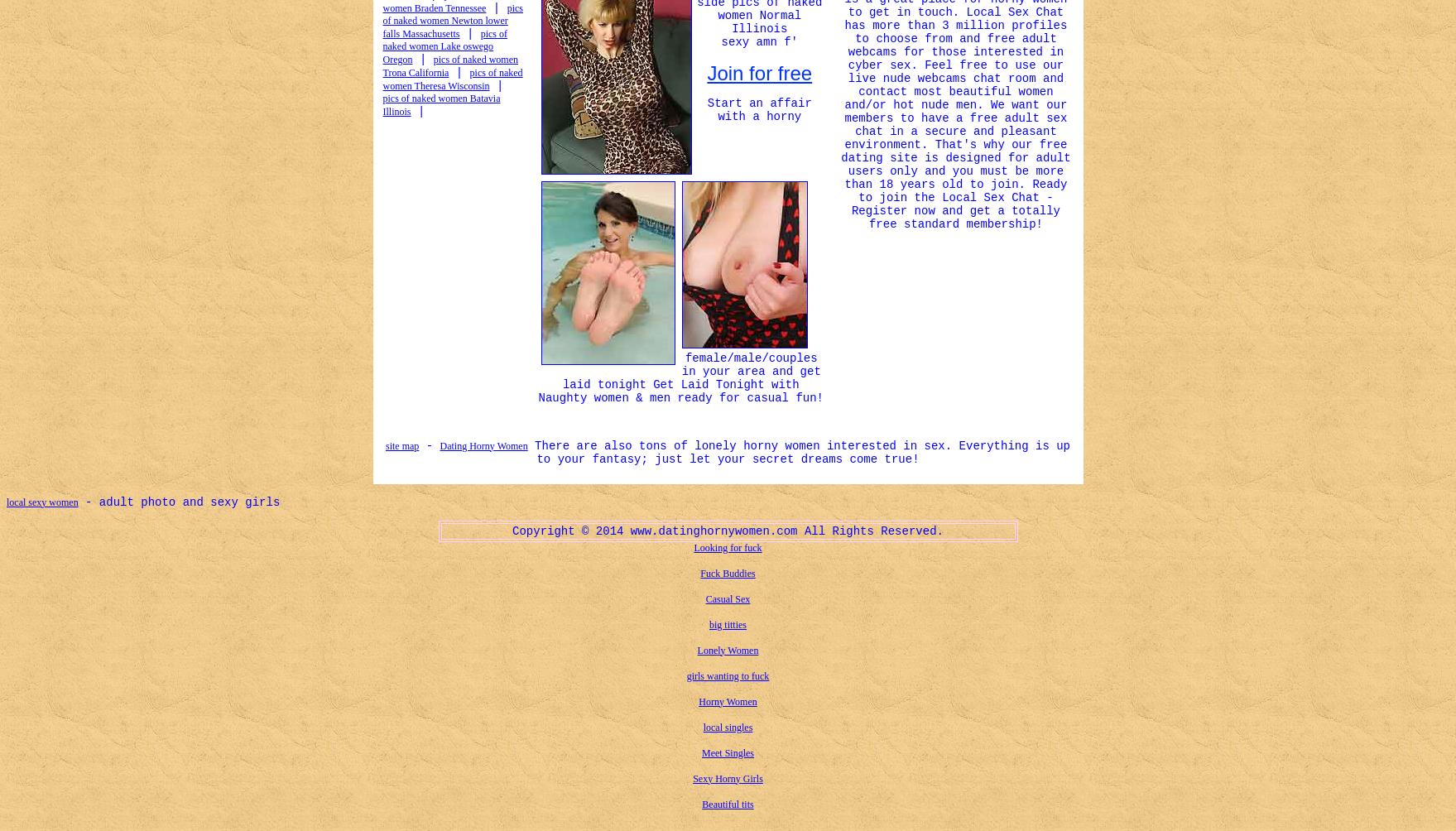 Image resolution: width=1456 pixels, height=831 pixels. I want to click on 'There are also tons of lonely horny women interested in sex. Everything is up to your fantasy; just let your secret dreams come true!', so click(797, 451).